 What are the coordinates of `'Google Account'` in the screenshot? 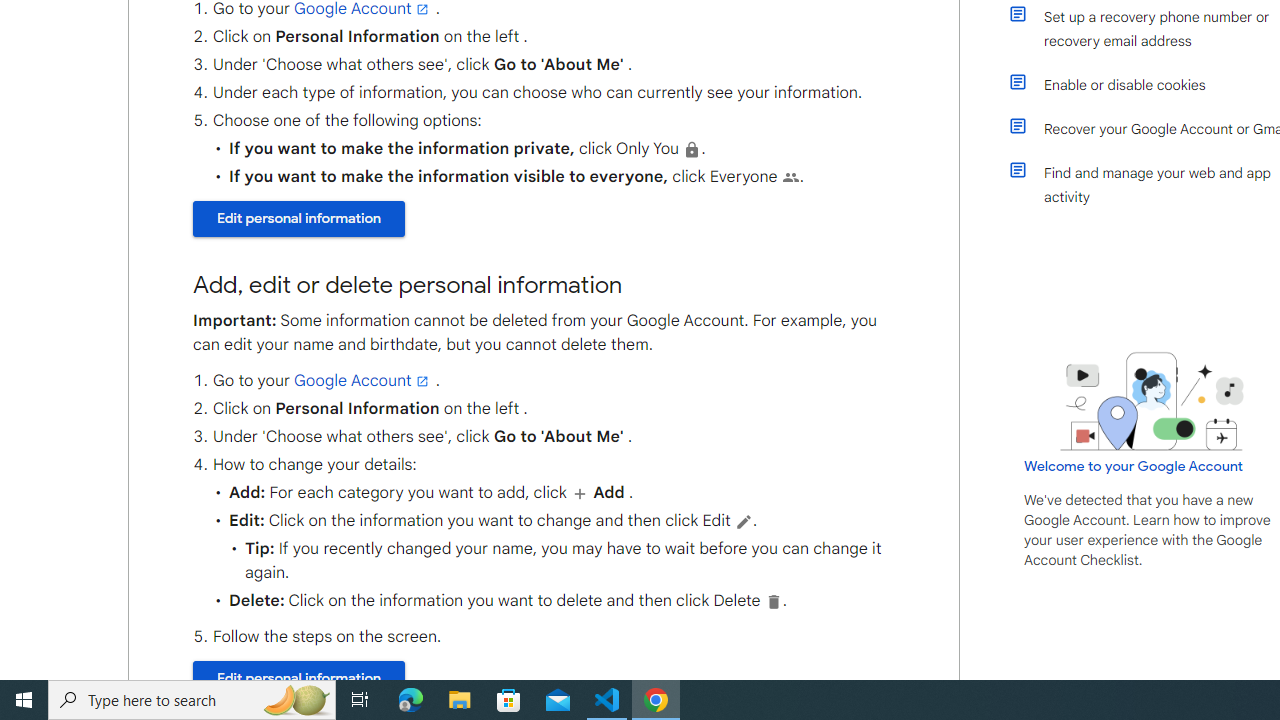 It's located at (363, 380).